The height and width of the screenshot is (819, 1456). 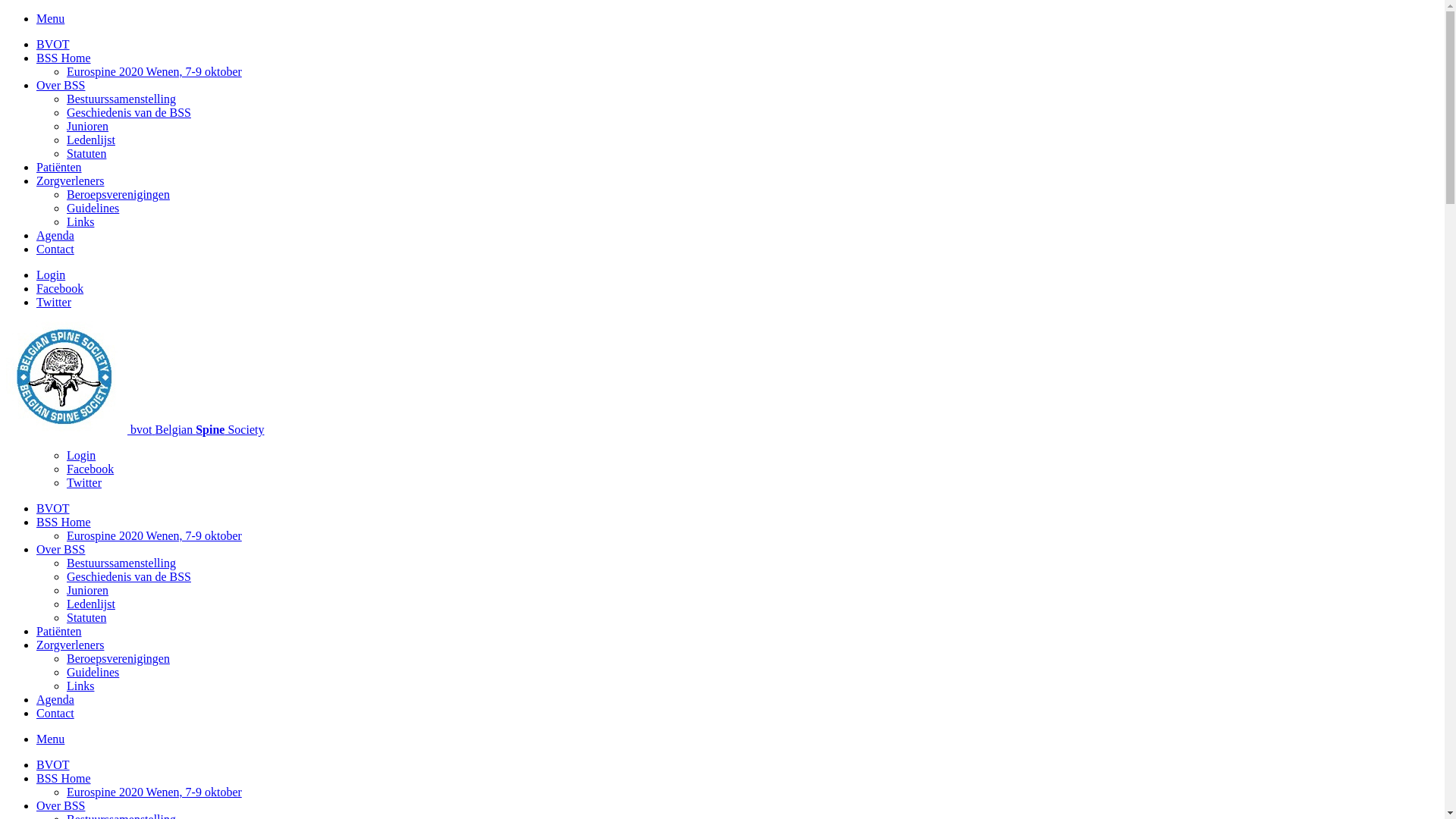 I want to click on 'Geschiedenis van de BSS', so click(x=128, y=576).